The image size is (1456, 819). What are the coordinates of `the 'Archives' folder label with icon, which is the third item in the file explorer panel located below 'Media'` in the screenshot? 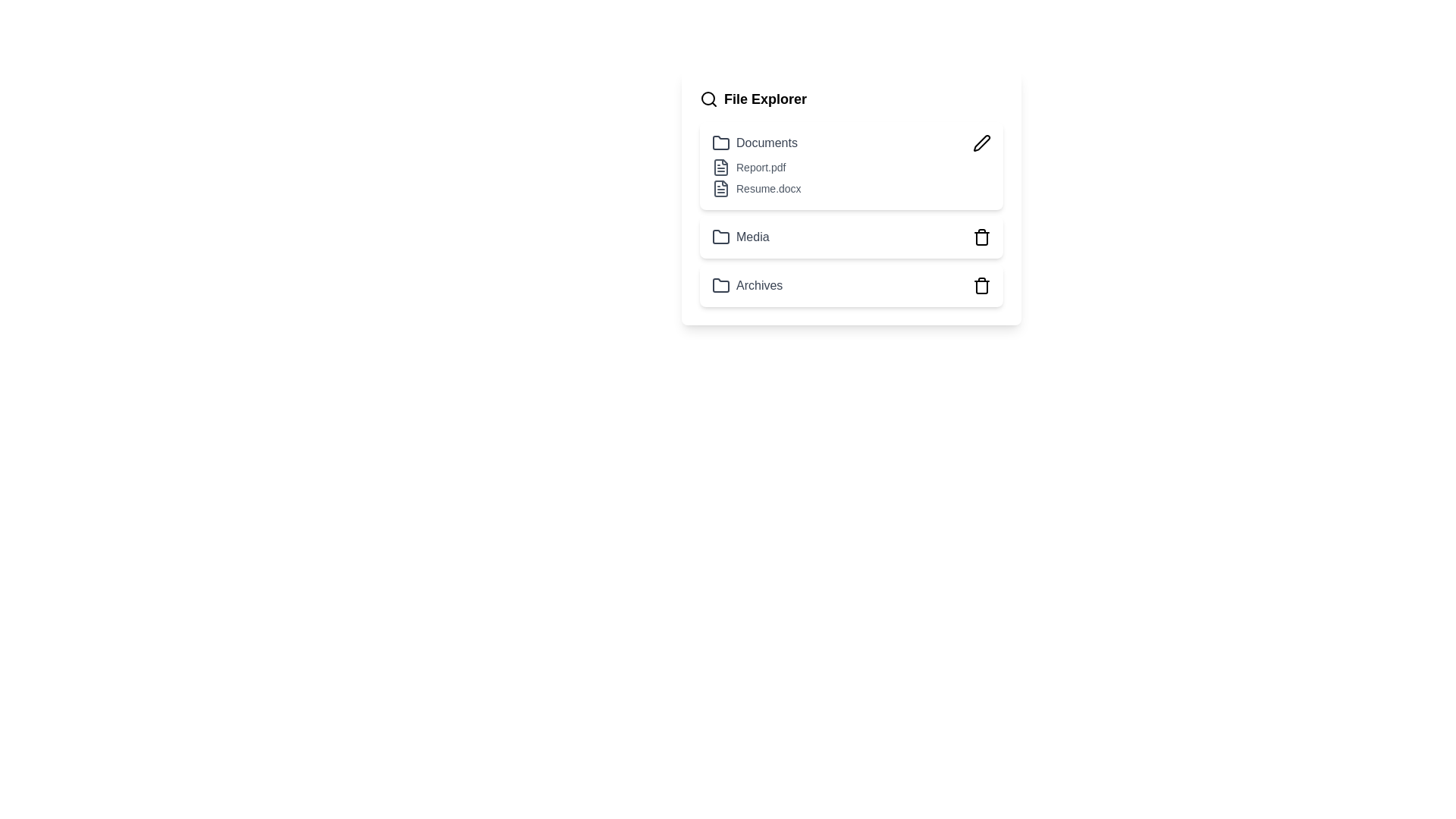 It's located at (747, 286).